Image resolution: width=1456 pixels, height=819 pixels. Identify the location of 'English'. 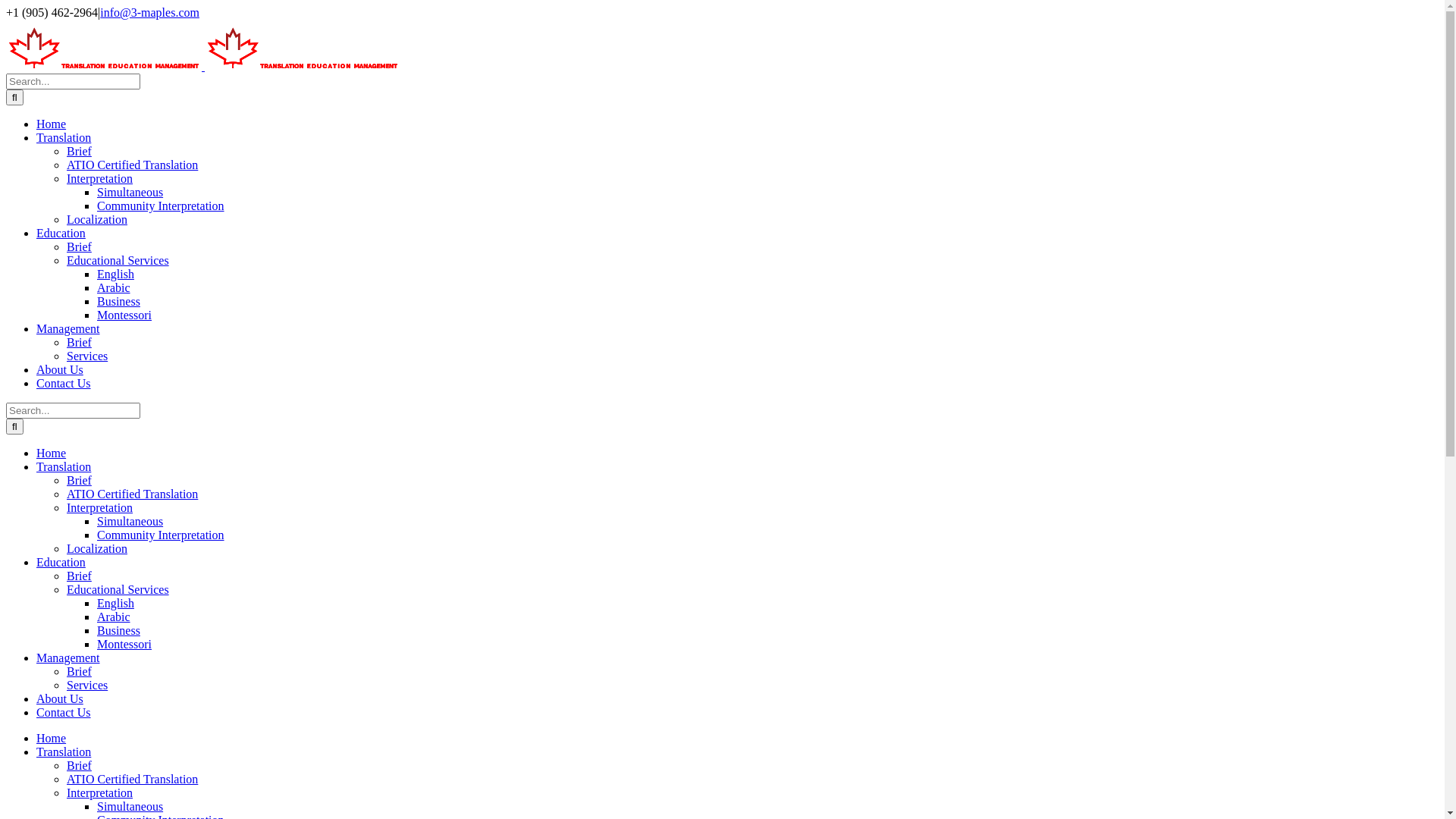
(96, 602).